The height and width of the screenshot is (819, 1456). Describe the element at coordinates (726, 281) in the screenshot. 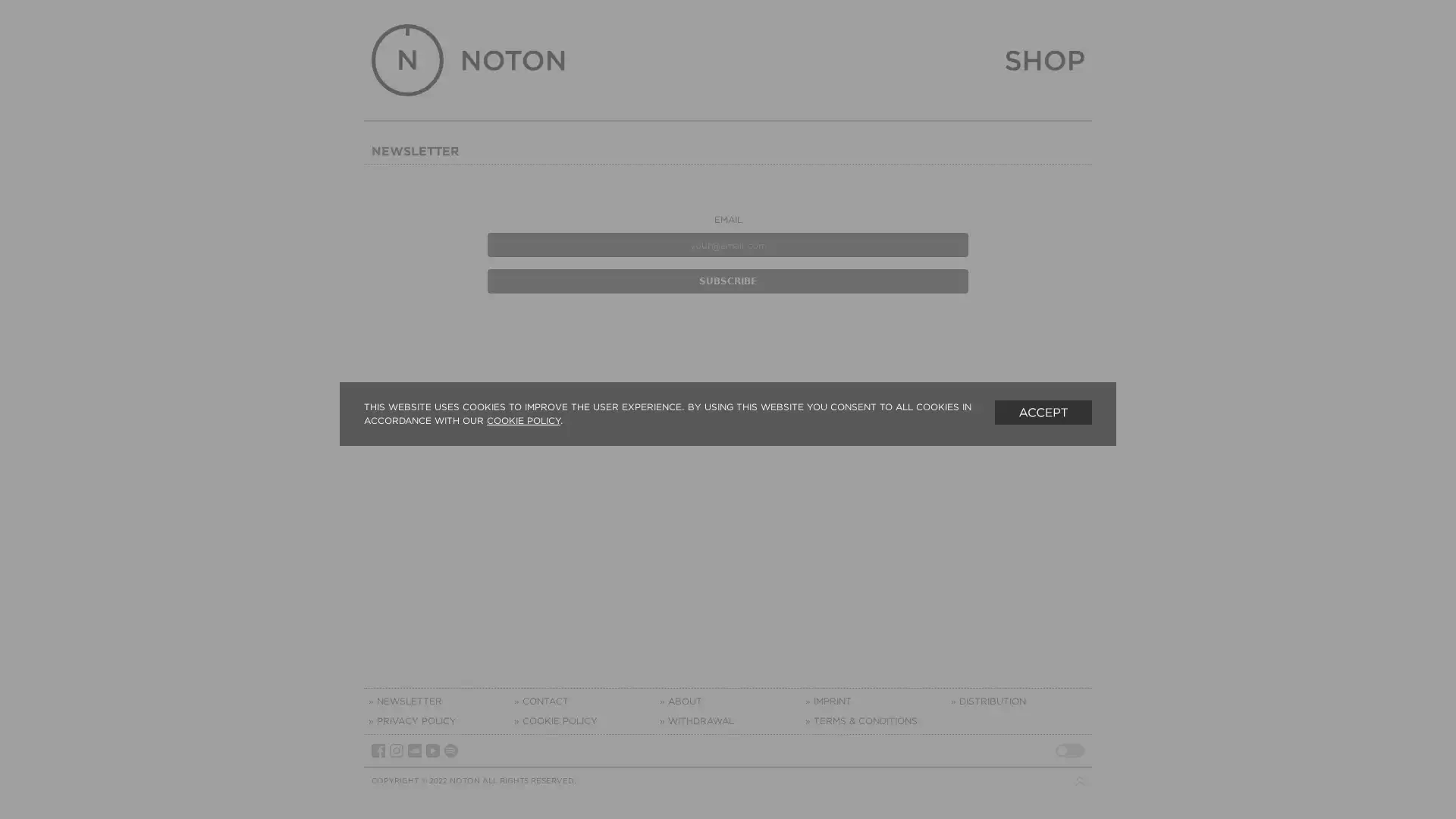

I see `Subscribe` at that location.